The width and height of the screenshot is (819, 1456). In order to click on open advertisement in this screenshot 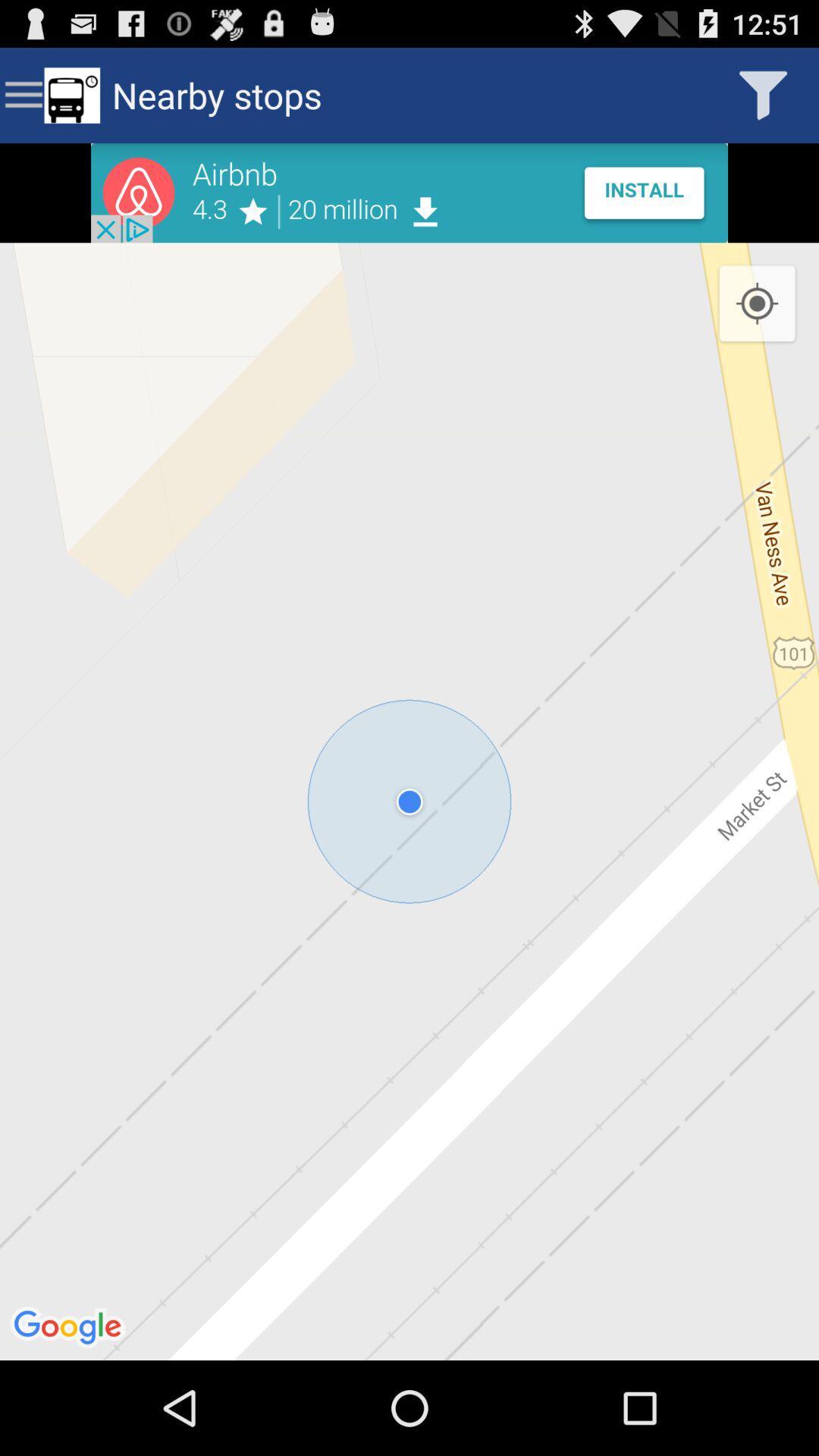, I will do `click(409, 192)`.